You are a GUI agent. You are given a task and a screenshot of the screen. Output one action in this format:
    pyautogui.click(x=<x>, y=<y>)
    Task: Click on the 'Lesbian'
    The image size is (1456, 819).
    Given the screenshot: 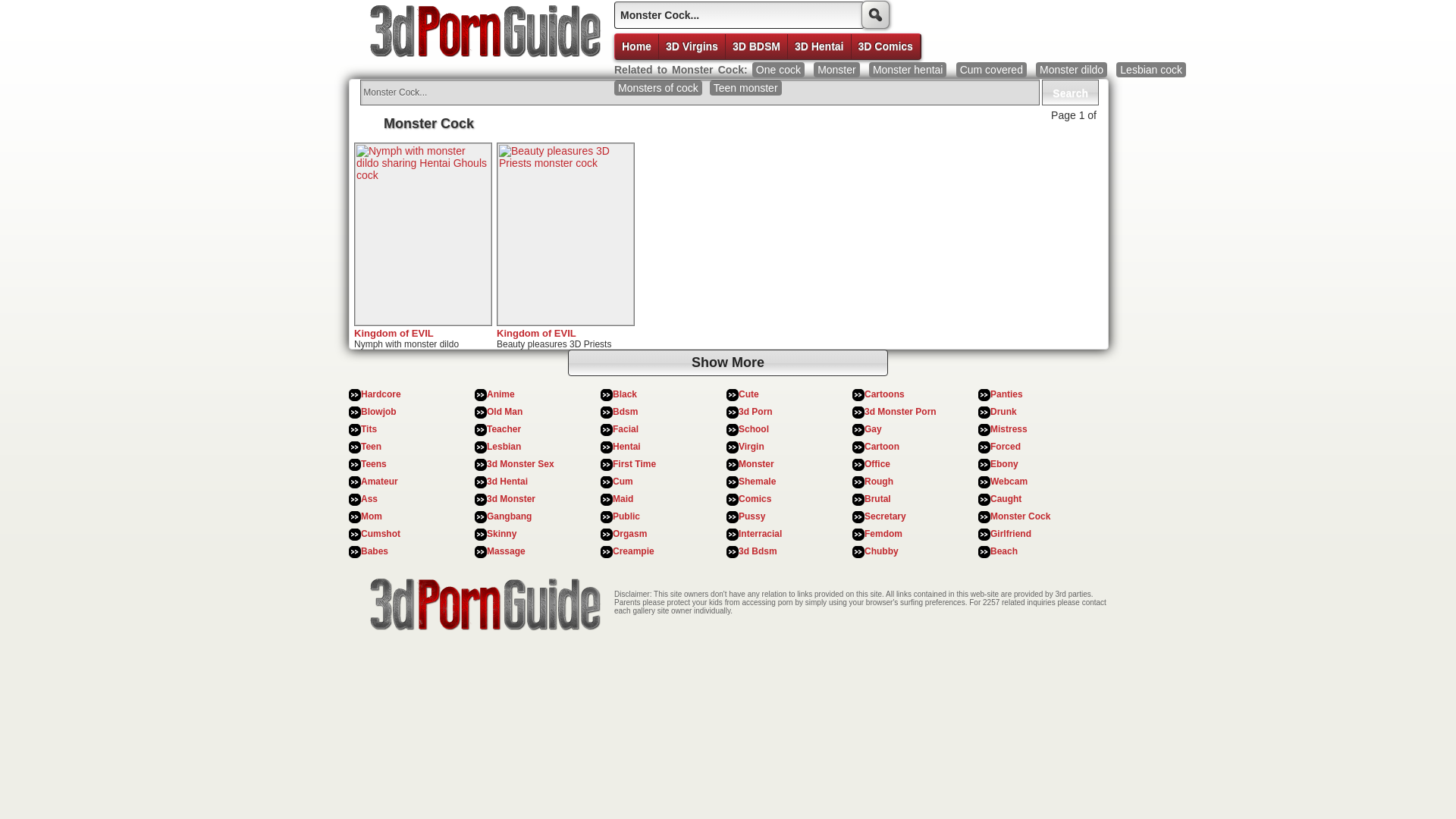 What is the action you would take?
    pyautogui.click(x=504, y=446)
    